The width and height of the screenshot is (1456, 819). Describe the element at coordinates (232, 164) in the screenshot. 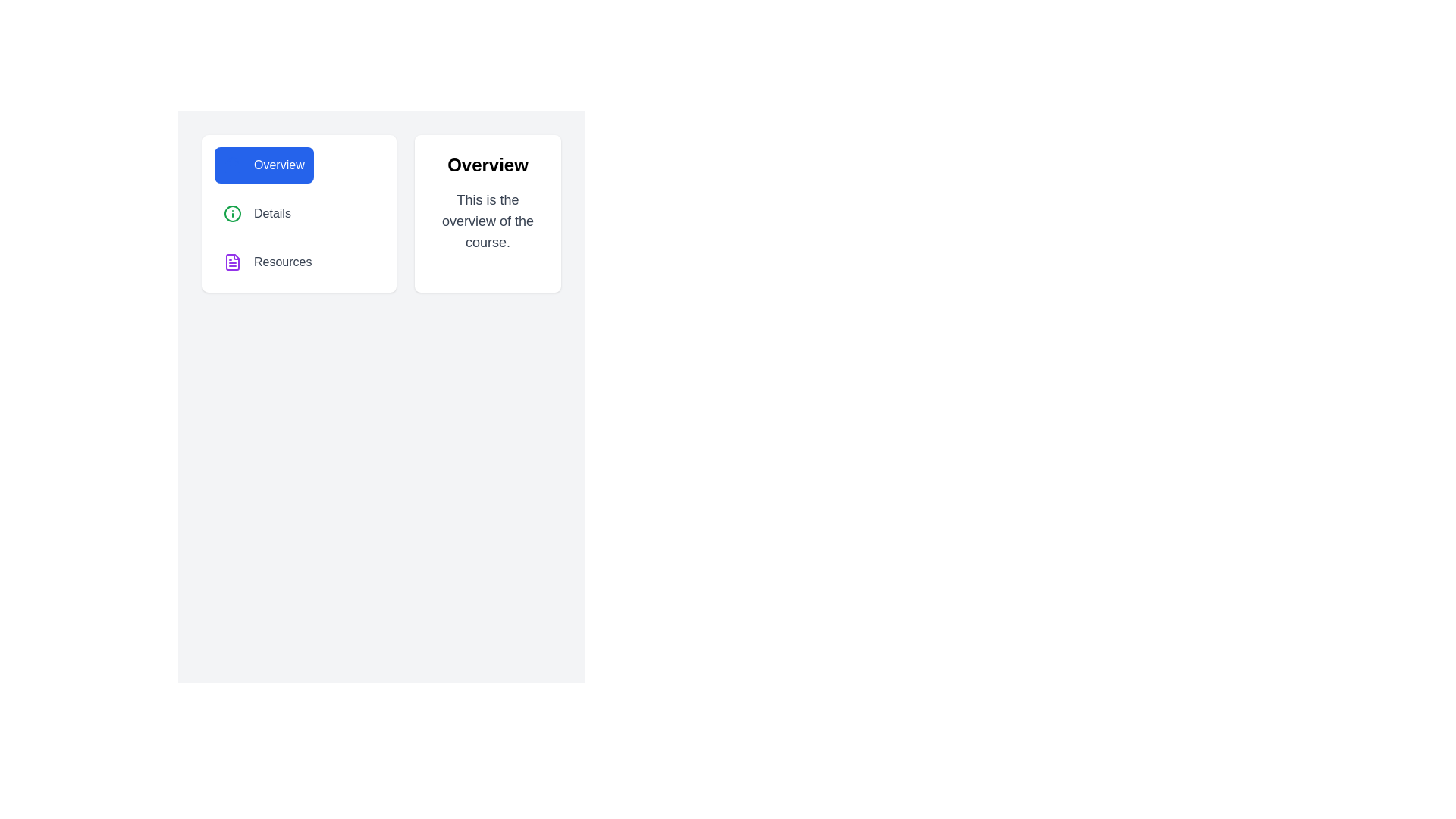

I see `the house icon SVG element located inside a blue rectangular button, positioned above the text 'Overview' in the first card of the grid layout` at that location.